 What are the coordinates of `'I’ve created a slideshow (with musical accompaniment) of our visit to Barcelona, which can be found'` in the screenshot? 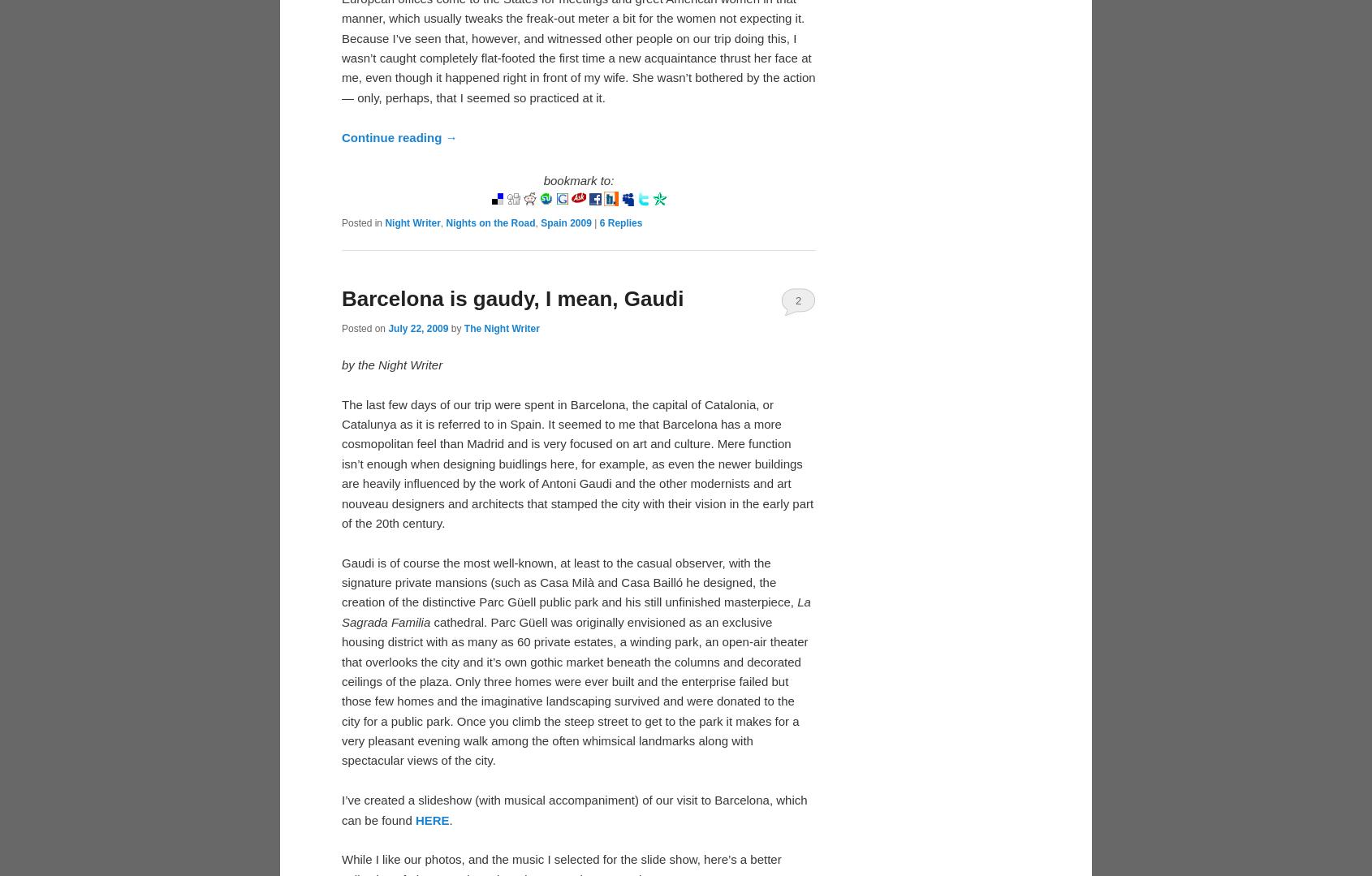 It's located at (573, 809).